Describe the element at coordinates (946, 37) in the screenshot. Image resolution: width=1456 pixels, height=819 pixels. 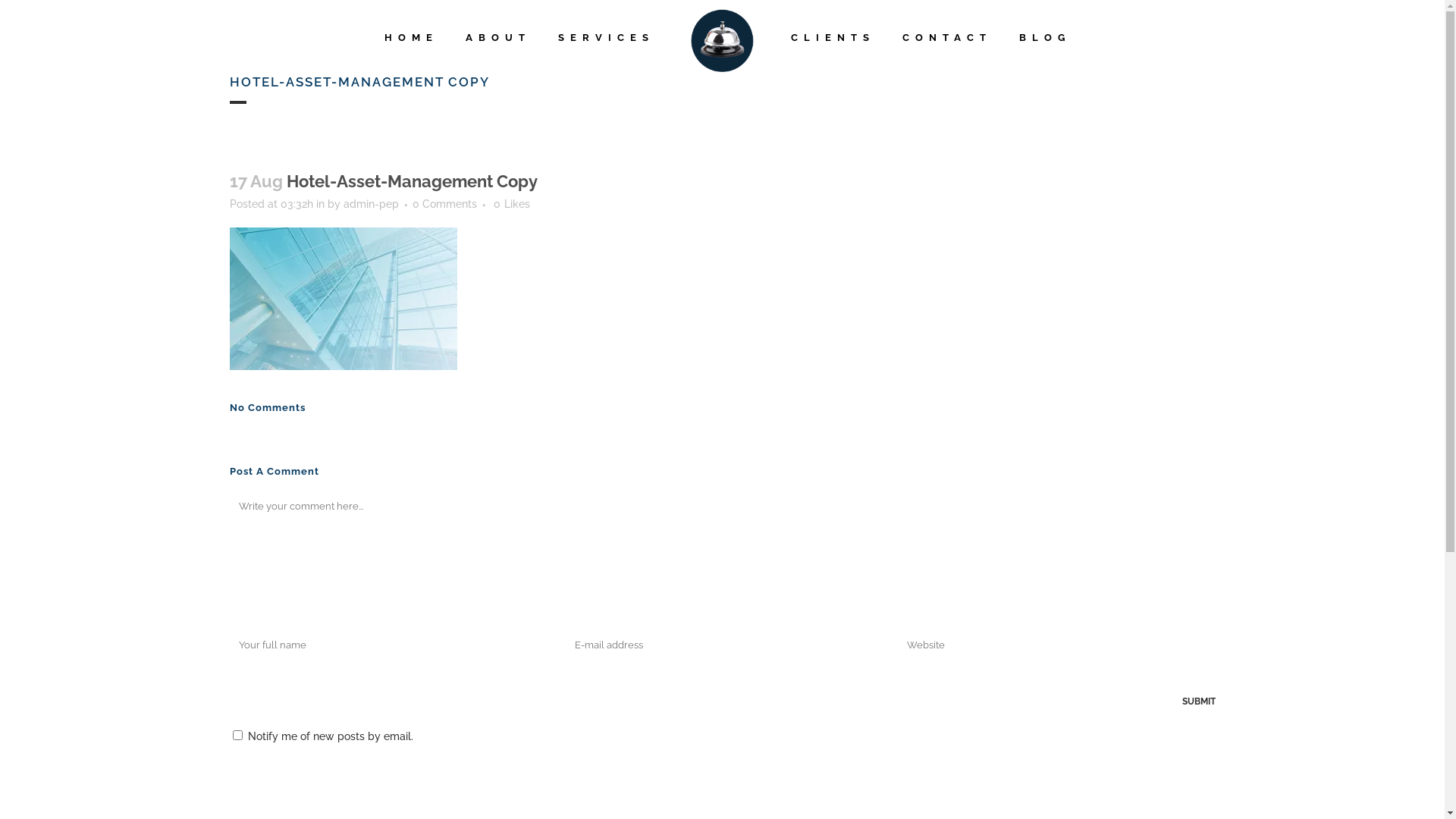
I see `'CONTACT'` at that location.